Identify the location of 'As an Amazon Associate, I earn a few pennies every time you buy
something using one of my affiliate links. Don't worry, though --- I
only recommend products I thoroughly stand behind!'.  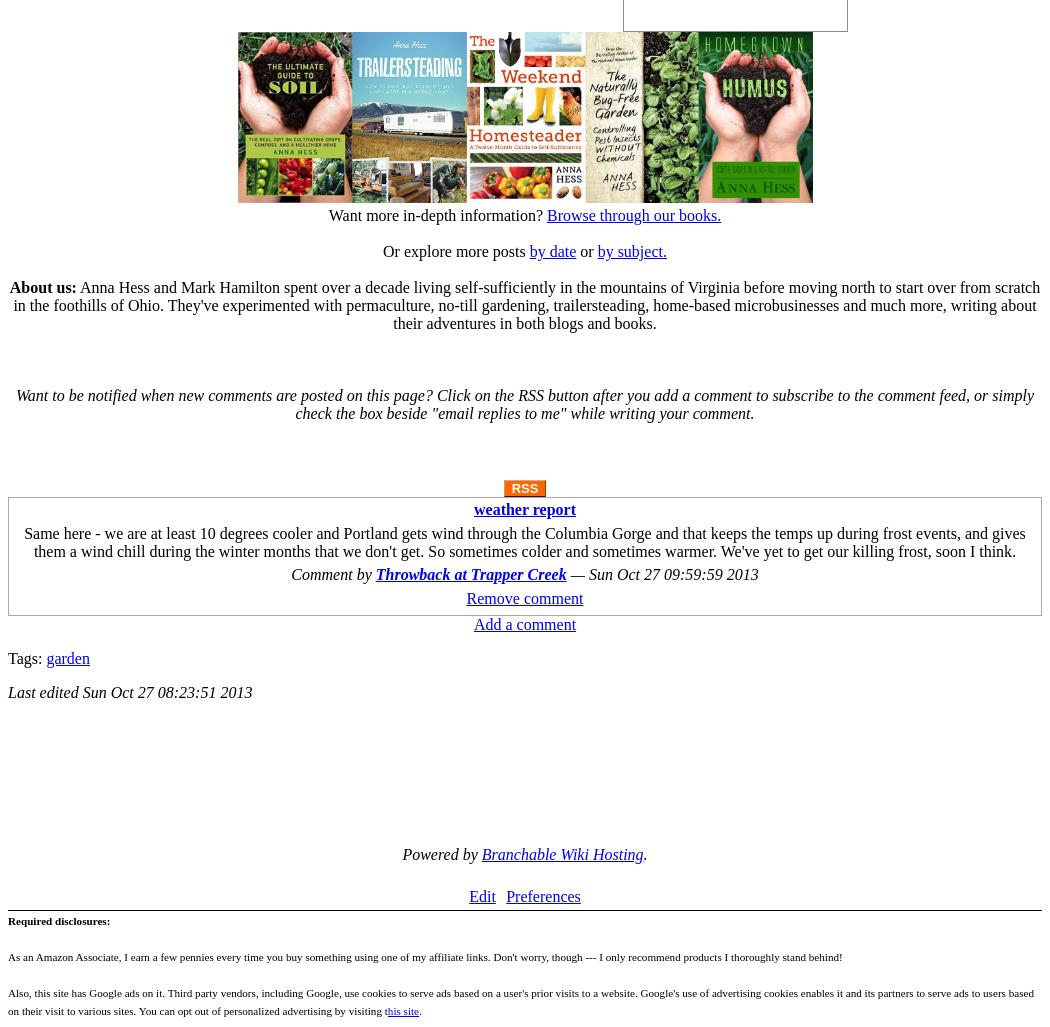
(7, 956).